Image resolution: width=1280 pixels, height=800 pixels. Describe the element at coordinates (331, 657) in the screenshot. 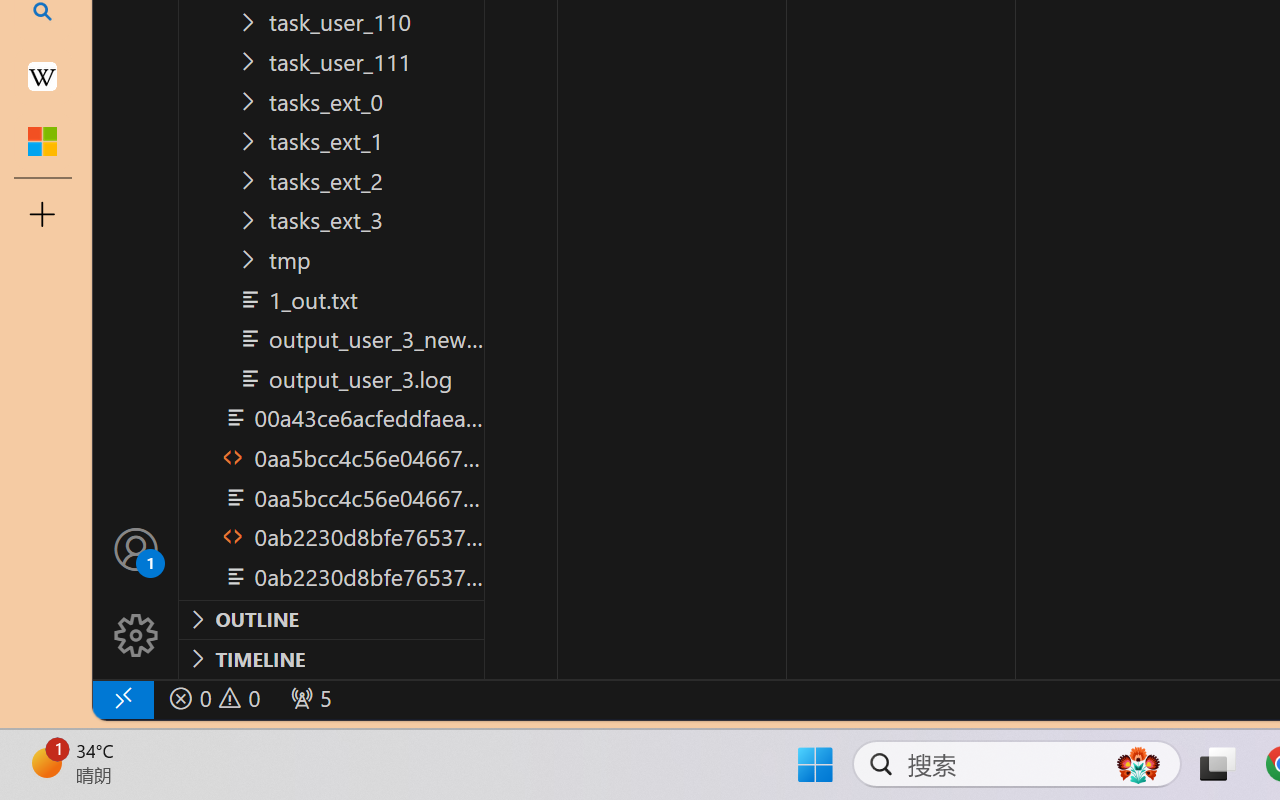

I see `'Timeline Section'` at that location.